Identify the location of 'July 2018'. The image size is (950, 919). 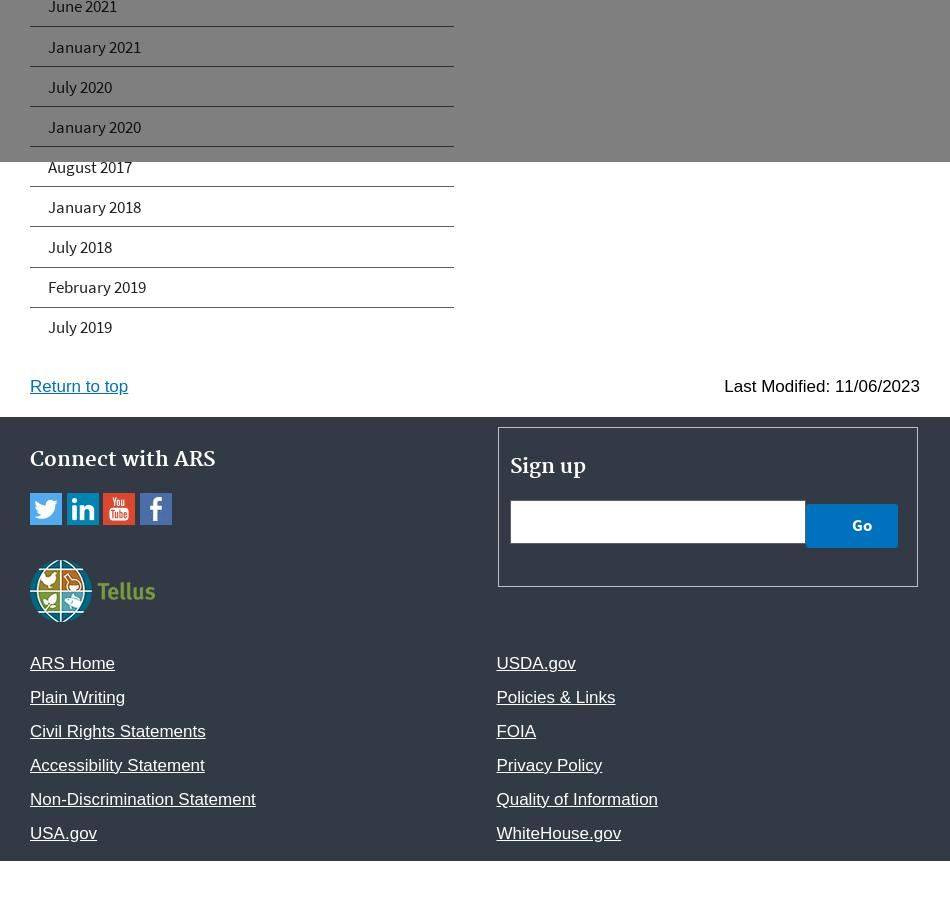
(79, 246).